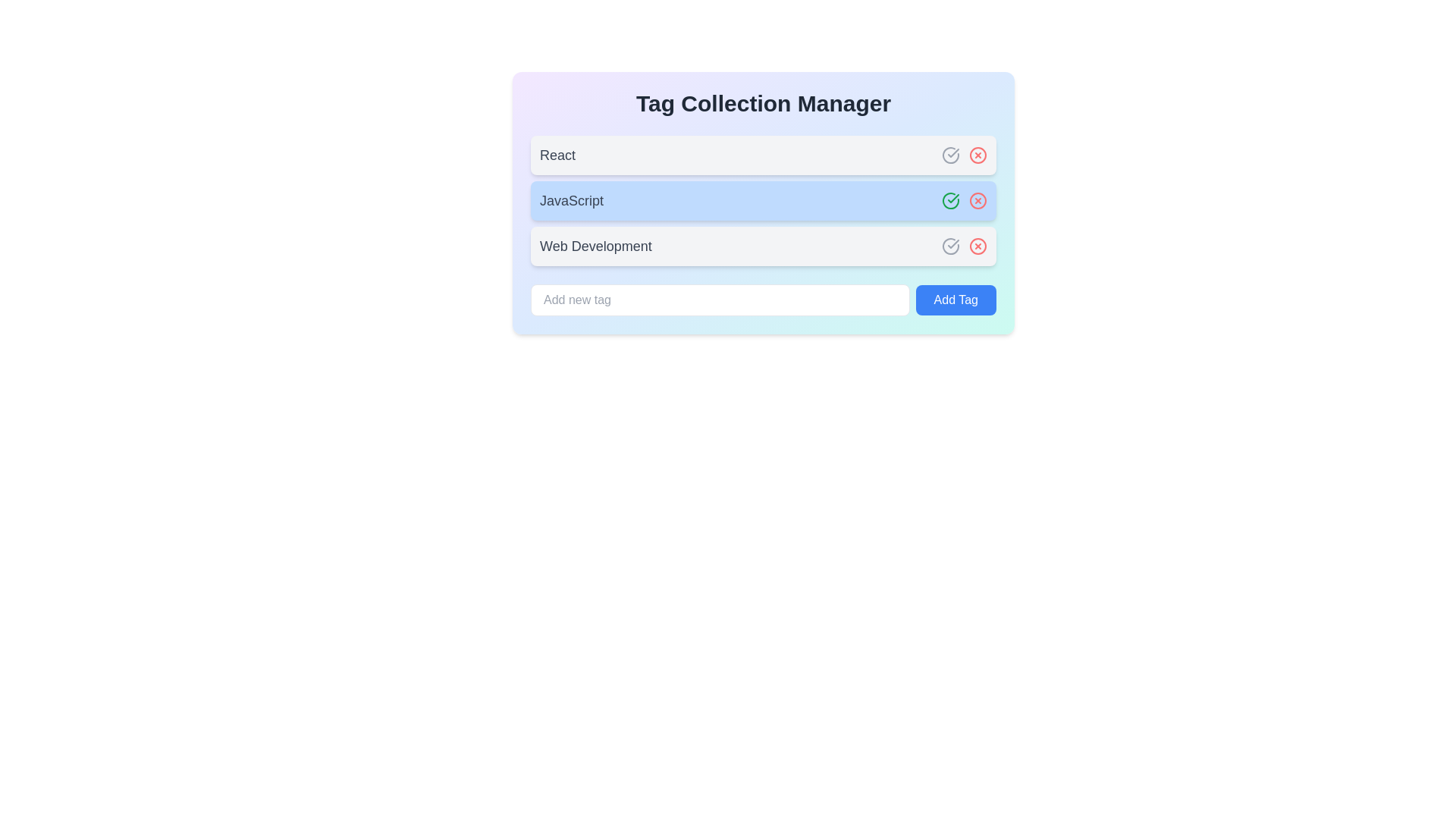  What do you see at coordinates (964, 245) in the screenshot?
I see `the cross icon in the interactive group of controls next to the 'Web Development' label` at bounding box center [964, 245].